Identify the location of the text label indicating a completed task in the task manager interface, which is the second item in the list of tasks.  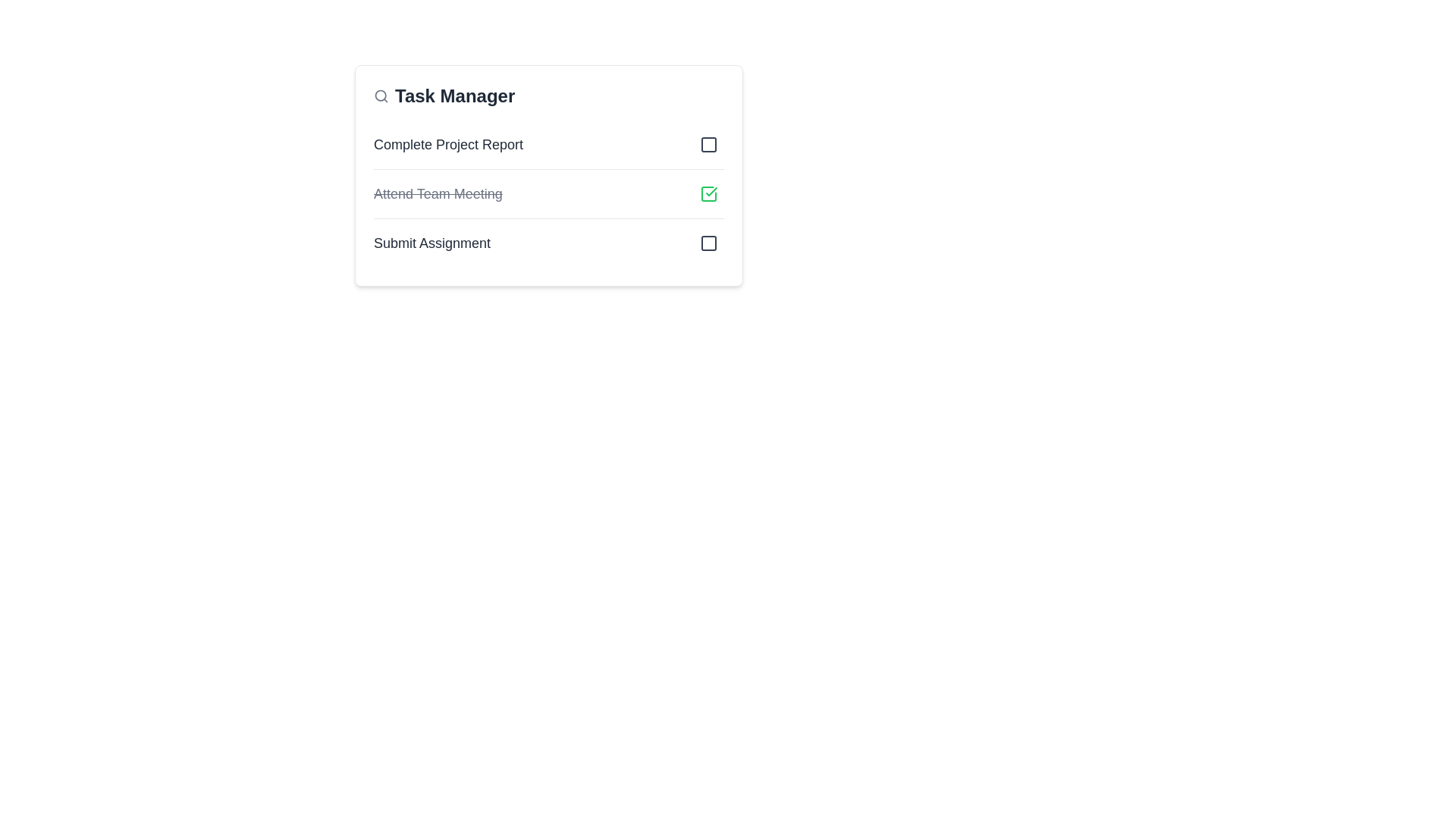
(437, 193).